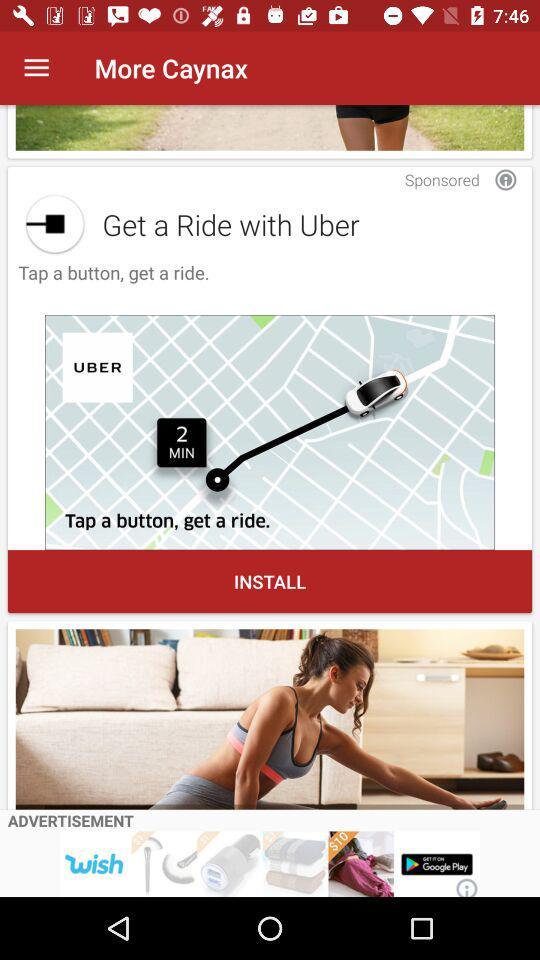 This screenshot has width=540, height=960. Describe the element at coordinates (270, 863) in the screenshot. I see `open this advertisement` at that location.